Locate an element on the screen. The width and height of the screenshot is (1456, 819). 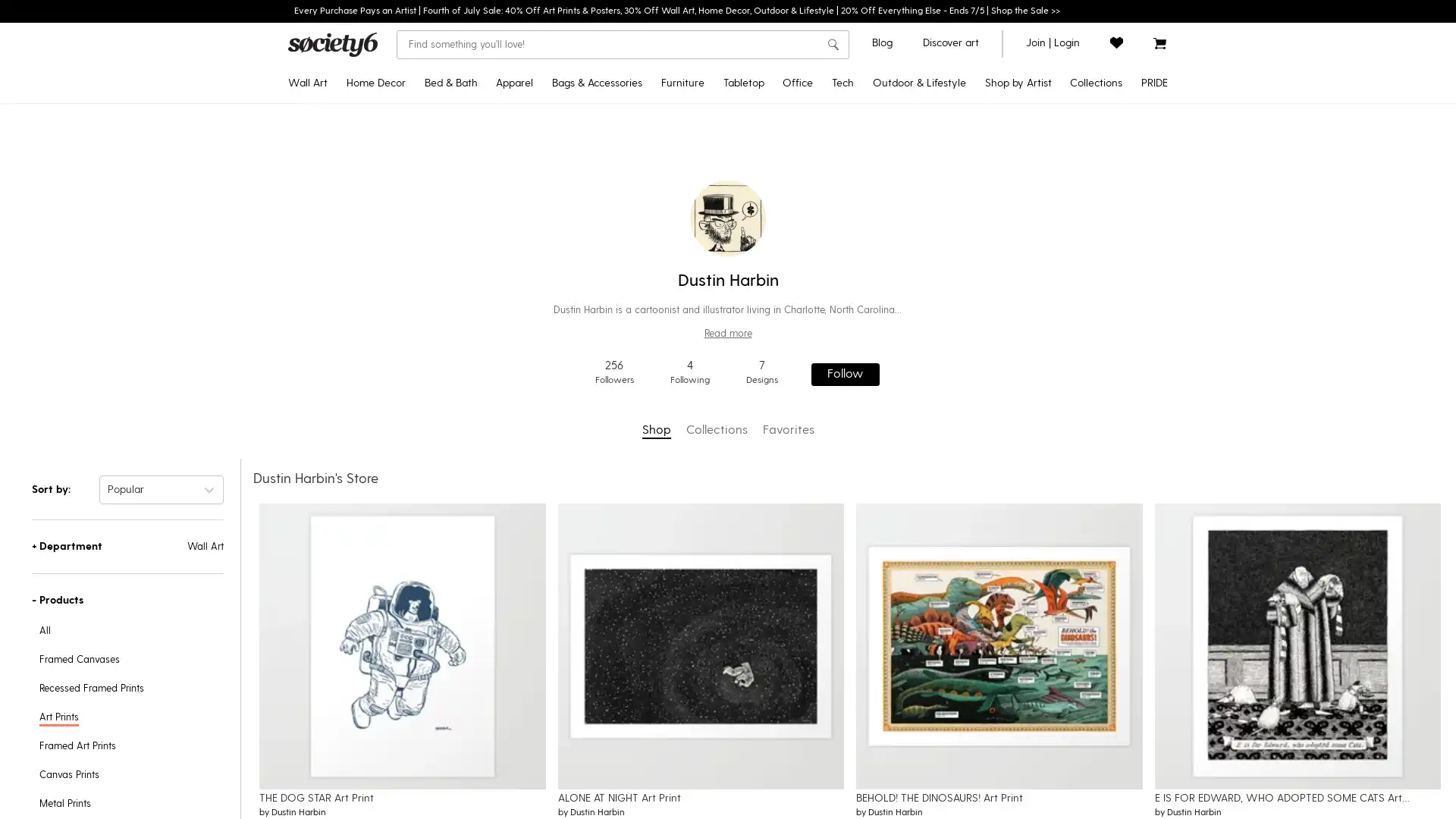
Curator's Picks is located at coordinates (977, 366).